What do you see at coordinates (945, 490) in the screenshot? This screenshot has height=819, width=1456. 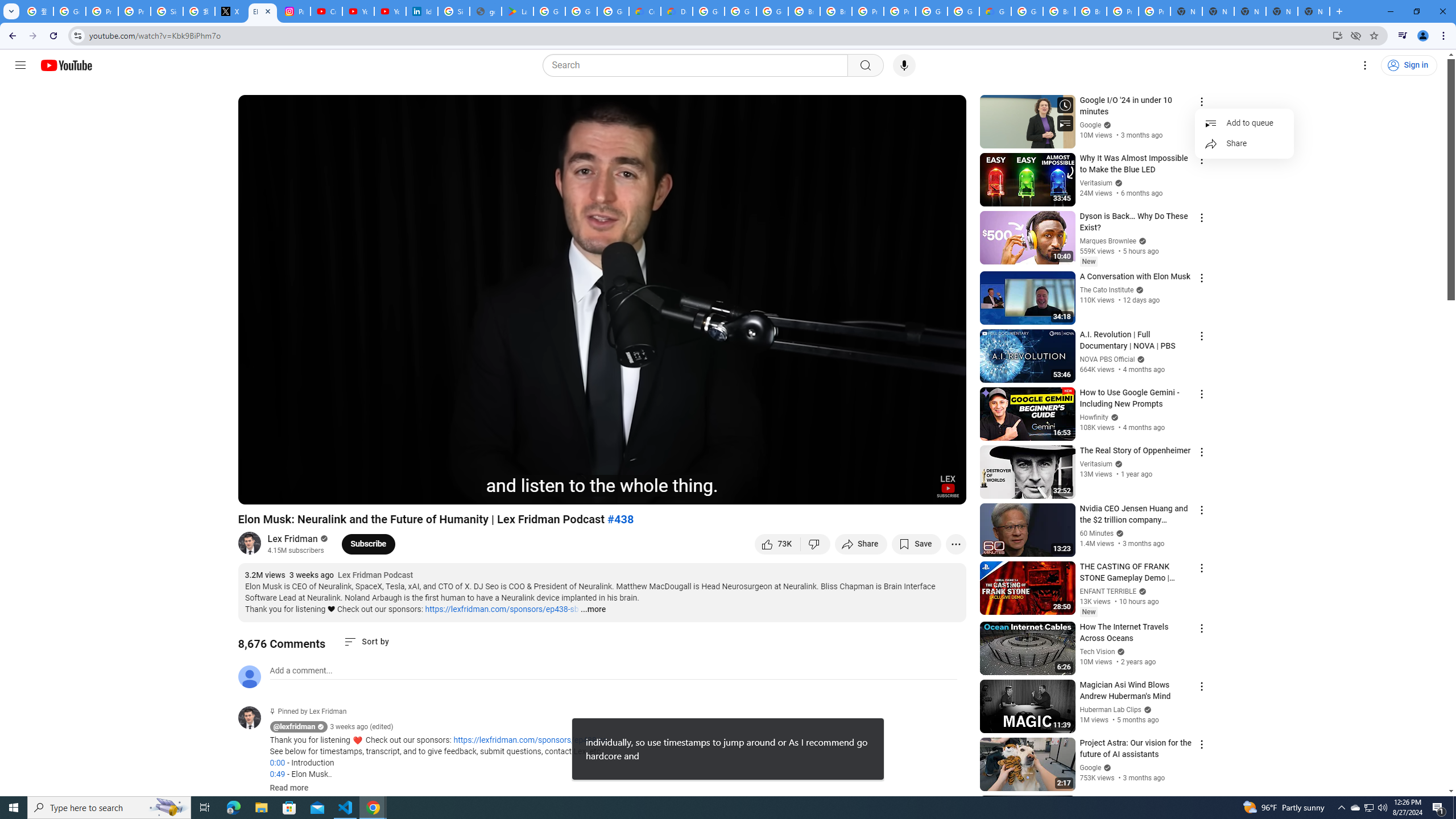 I see `'Full screen (f)'` at bounding box center [945, 490].